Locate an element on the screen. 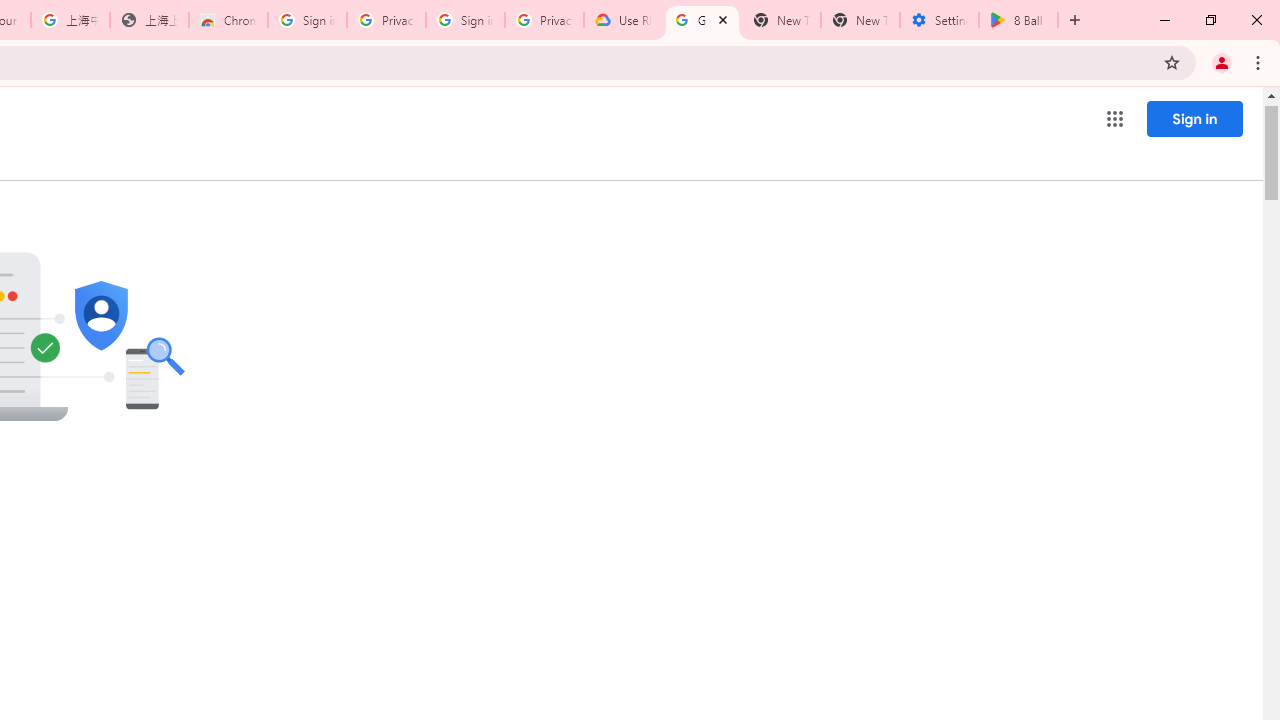 The image size is (1280, 720). 'New Tab' is located at coordinates (860, 20).